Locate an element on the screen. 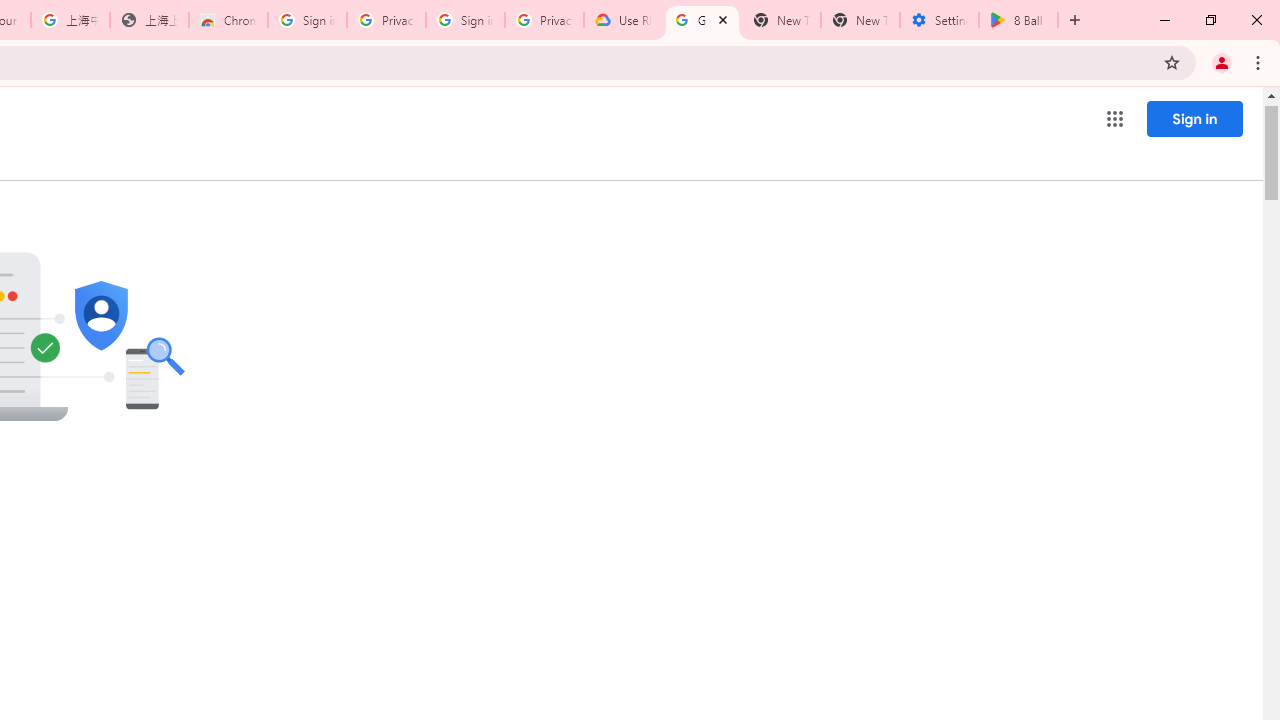 The image size is (1280, 720). 'New Tab' is located at coordinates (860, 20).